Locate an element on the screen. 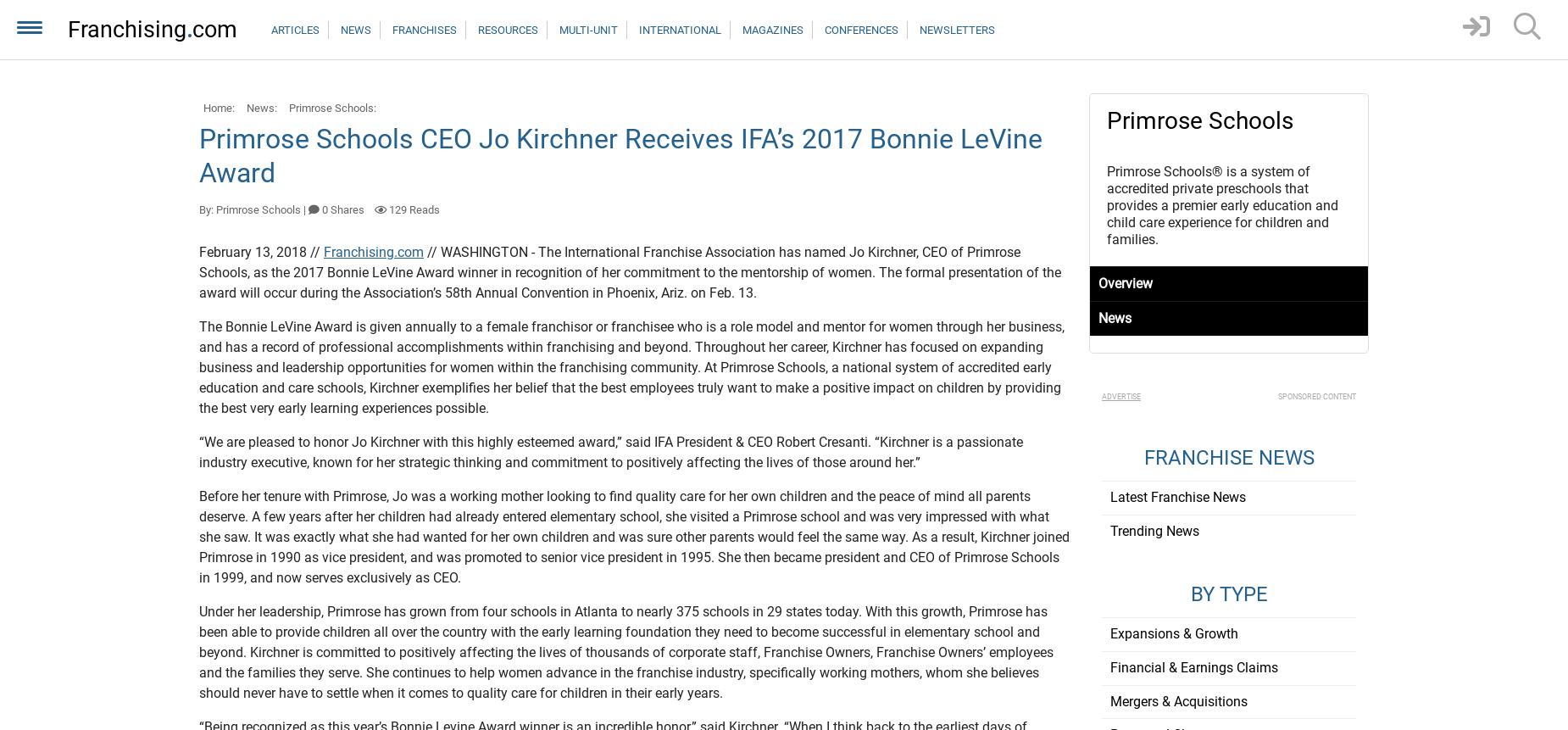  'Primrose Schools CEO Jo Kirchner Receives IFA’s 2017 Bonnie LeVine Award' is located at coordinates (620, 155).